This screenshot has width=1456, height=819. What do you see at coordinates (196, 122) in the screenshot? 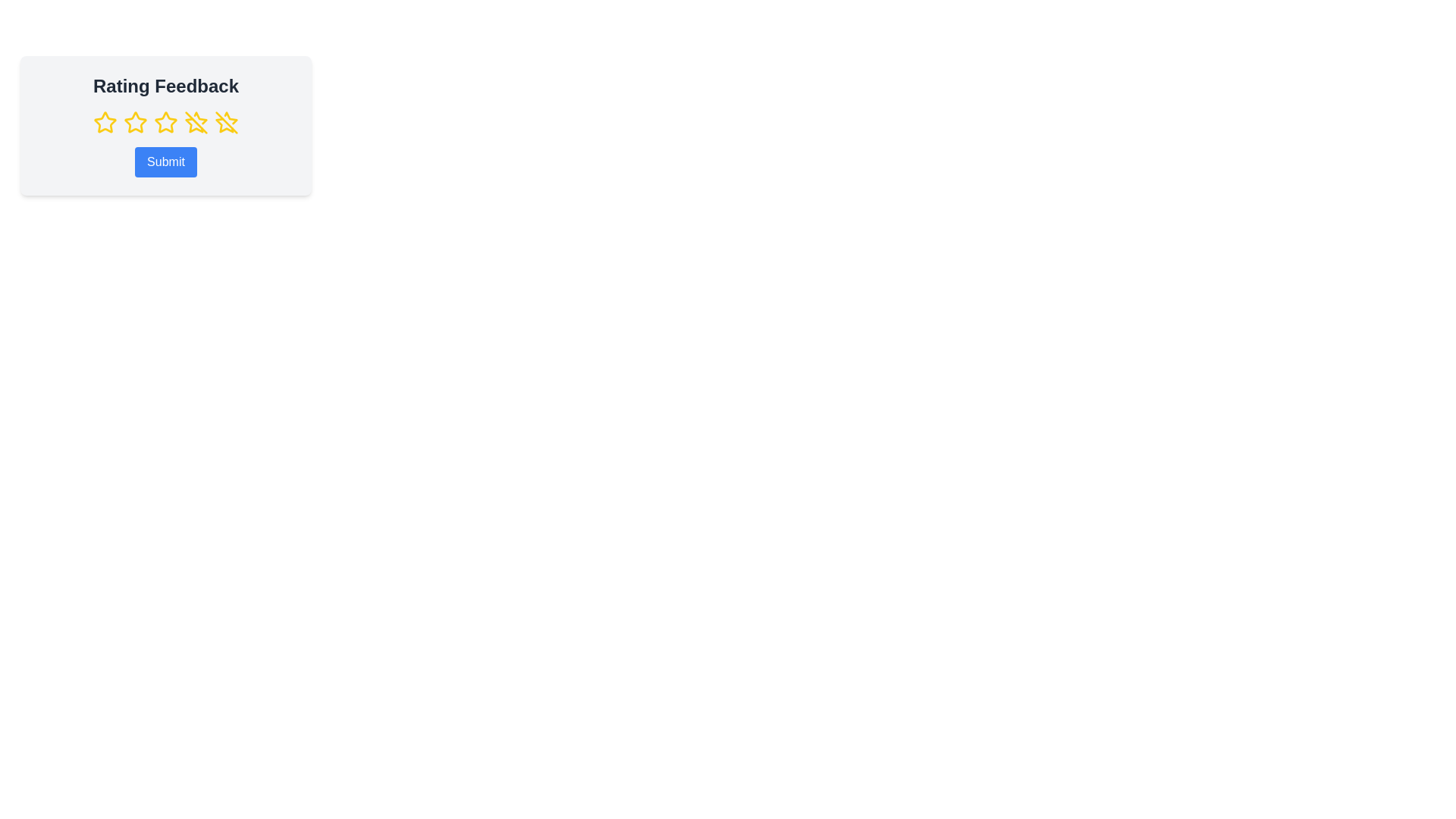
I see `the fifth star icon in the horizontal row of rating options` at bounding box center [196, 122].